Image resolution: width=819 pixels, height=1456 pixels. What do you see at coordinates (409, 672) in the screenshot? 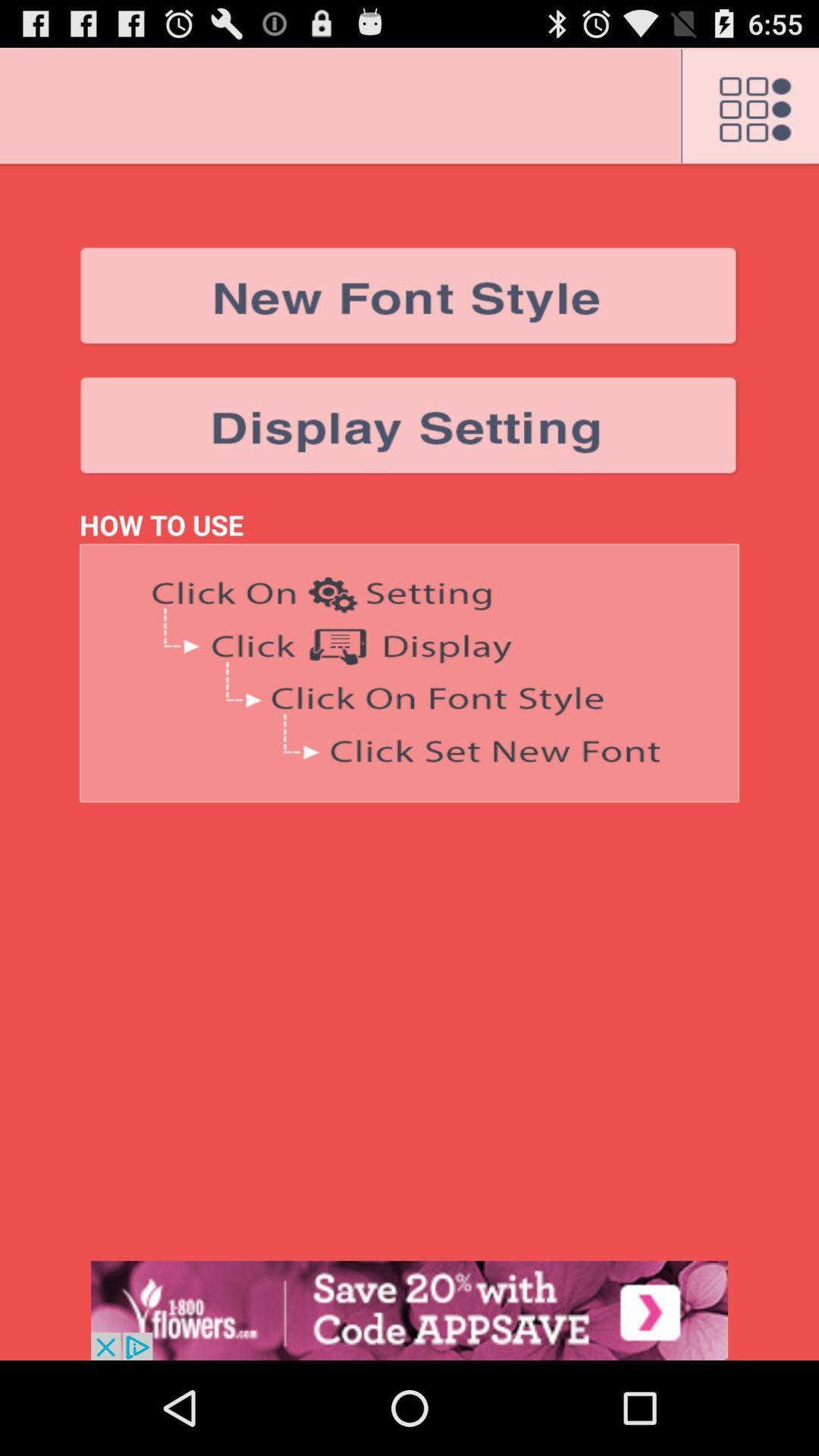
I see `expand the tutorial` at bounding box center [409, 672].